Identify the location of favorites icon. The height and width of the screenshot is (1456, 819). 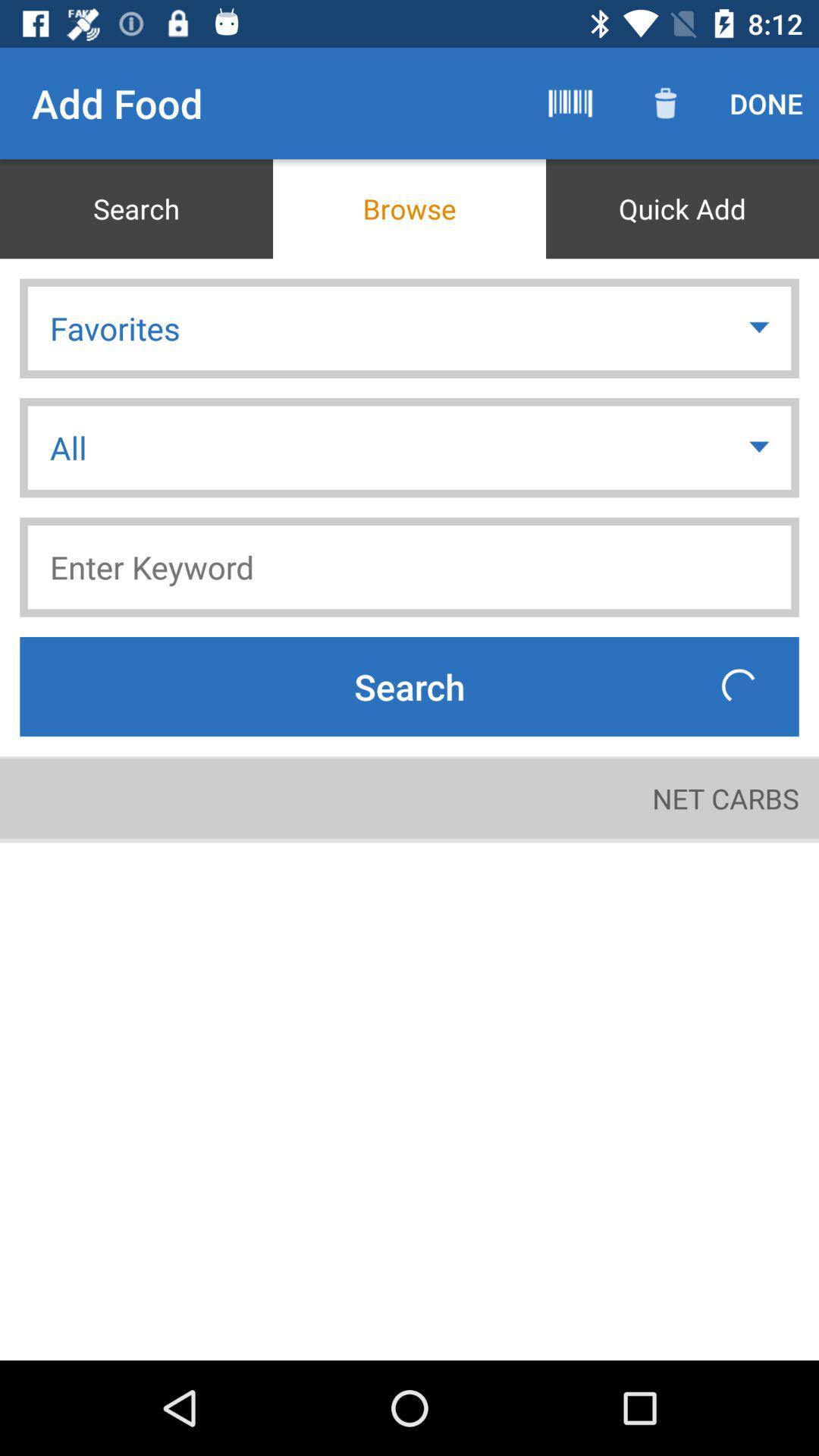
(409, 328).